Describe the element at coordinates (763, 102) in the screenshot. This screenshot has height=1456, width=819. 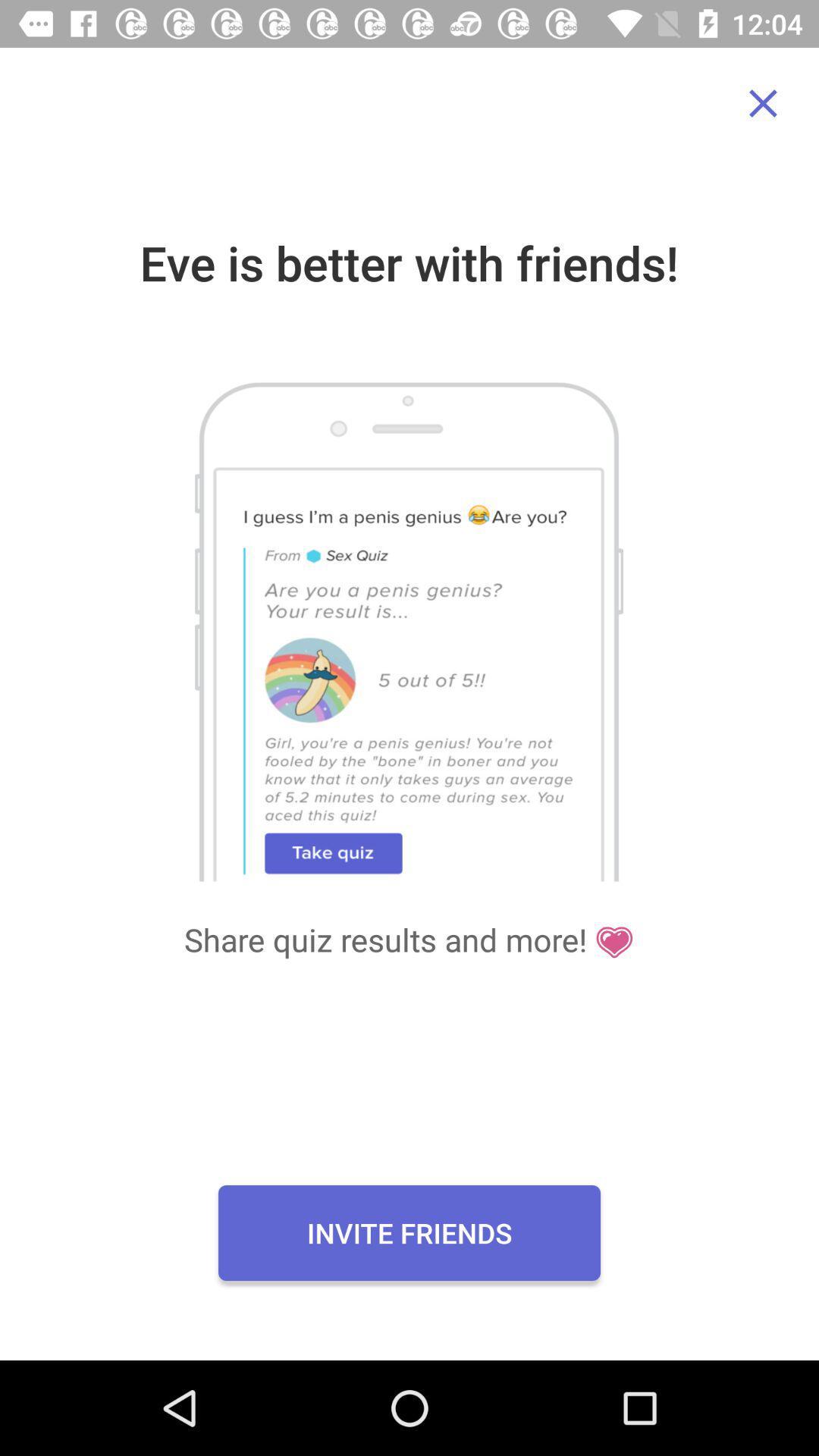
I see `icon at the top right corner` at that location.